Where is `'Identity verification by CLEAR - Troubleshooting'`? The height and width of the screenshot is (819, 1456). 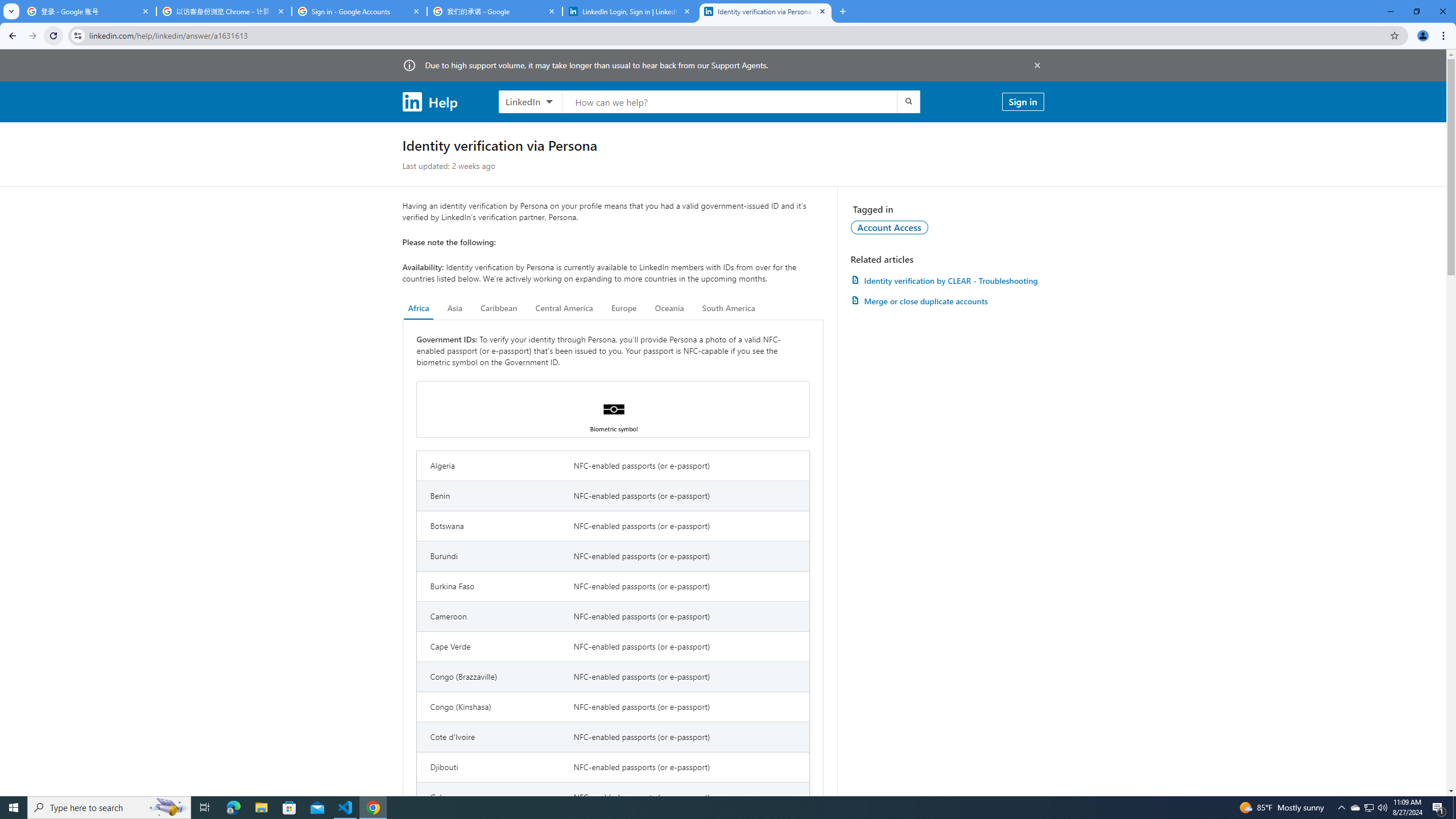
'Identity verification by CLEAR - Troubleshooting' is located at coordinates (946, 280).